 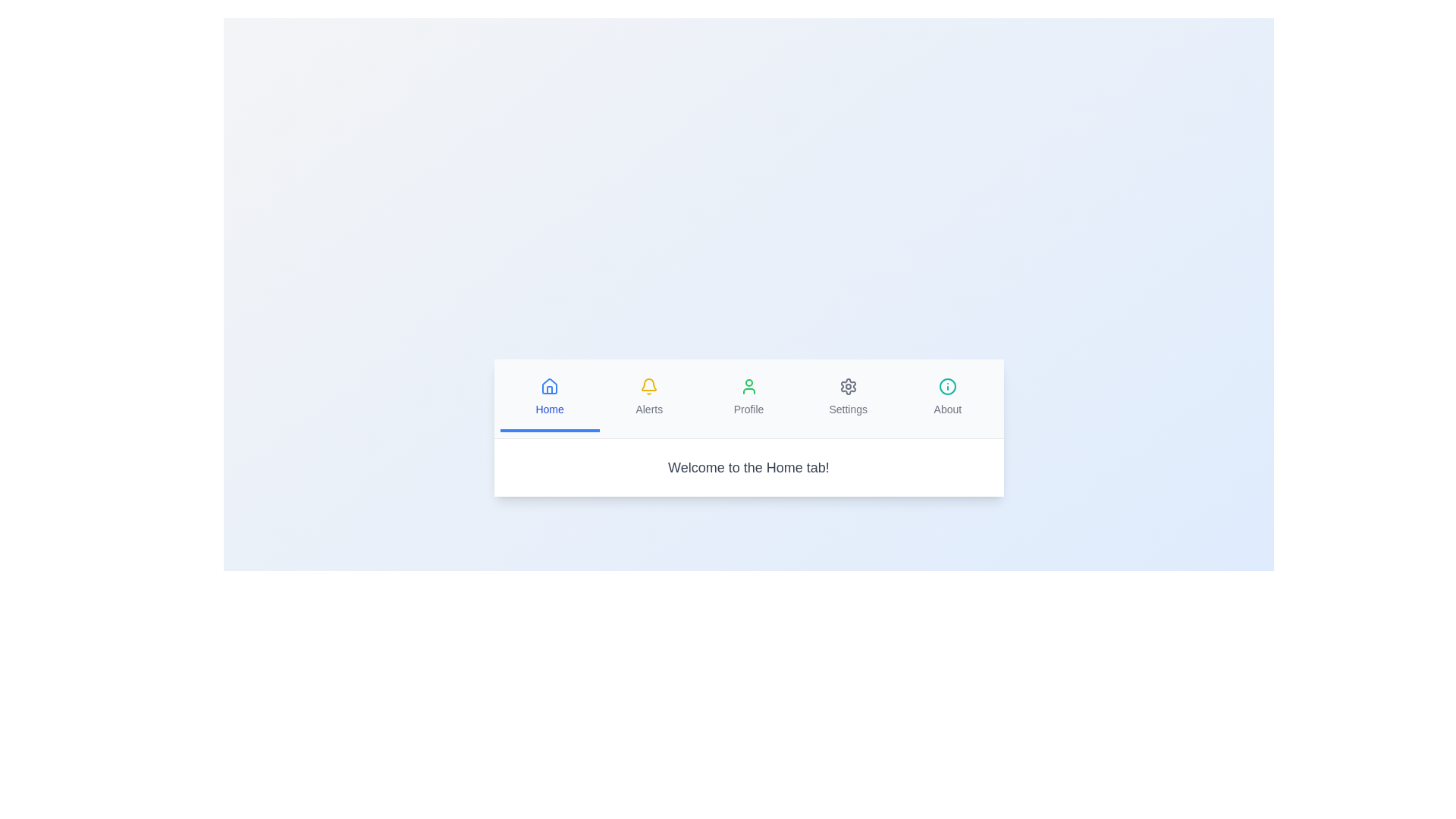 I want to click on the tab button labeled About, so click(x=946, y=397).